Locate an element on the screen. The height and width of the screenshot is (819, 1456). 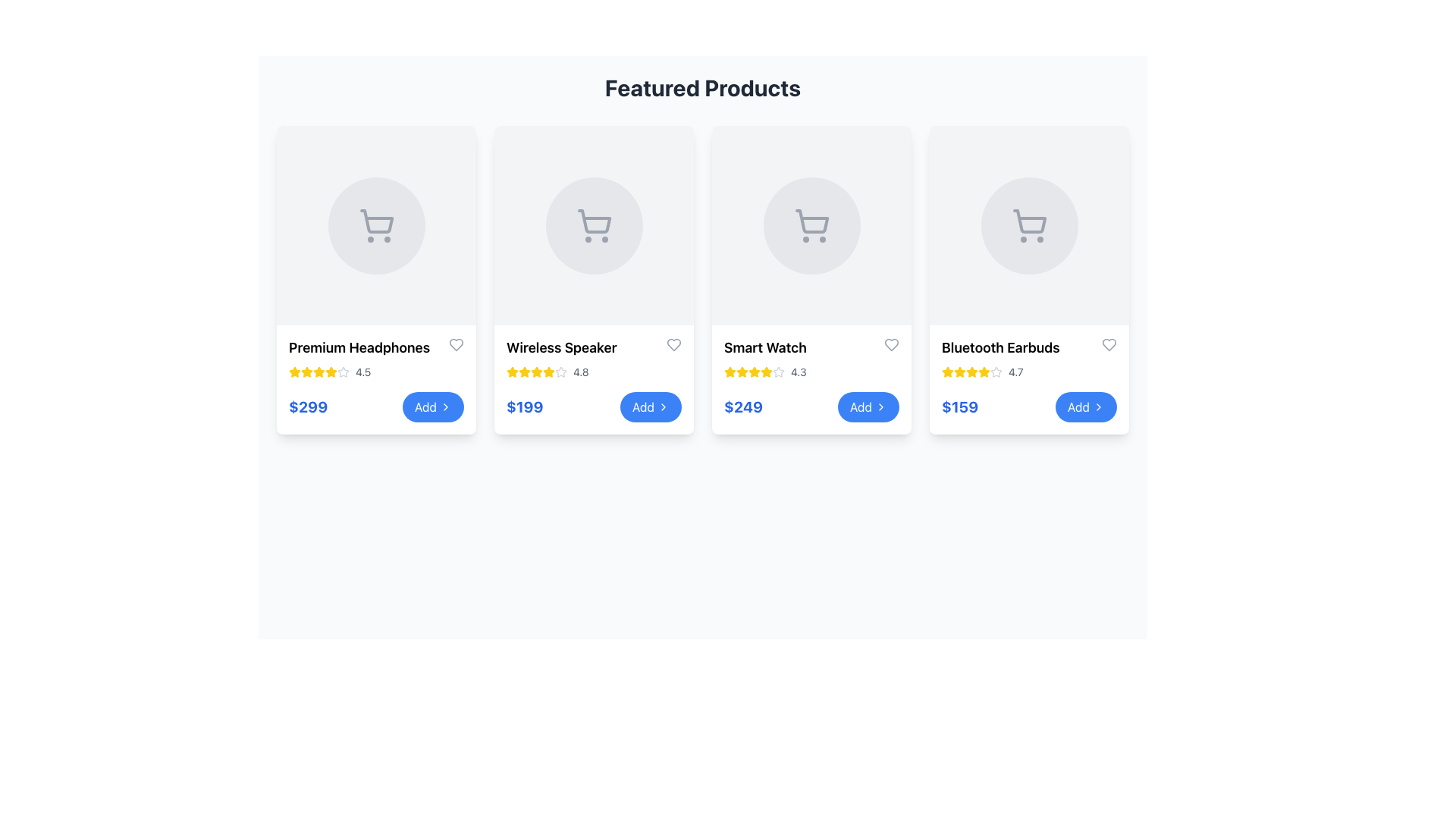
the star icon representing the rating for the 'Premium Headphones' product, located at the top-left corner of the card's bottom section is located at coordinates (294, 372).